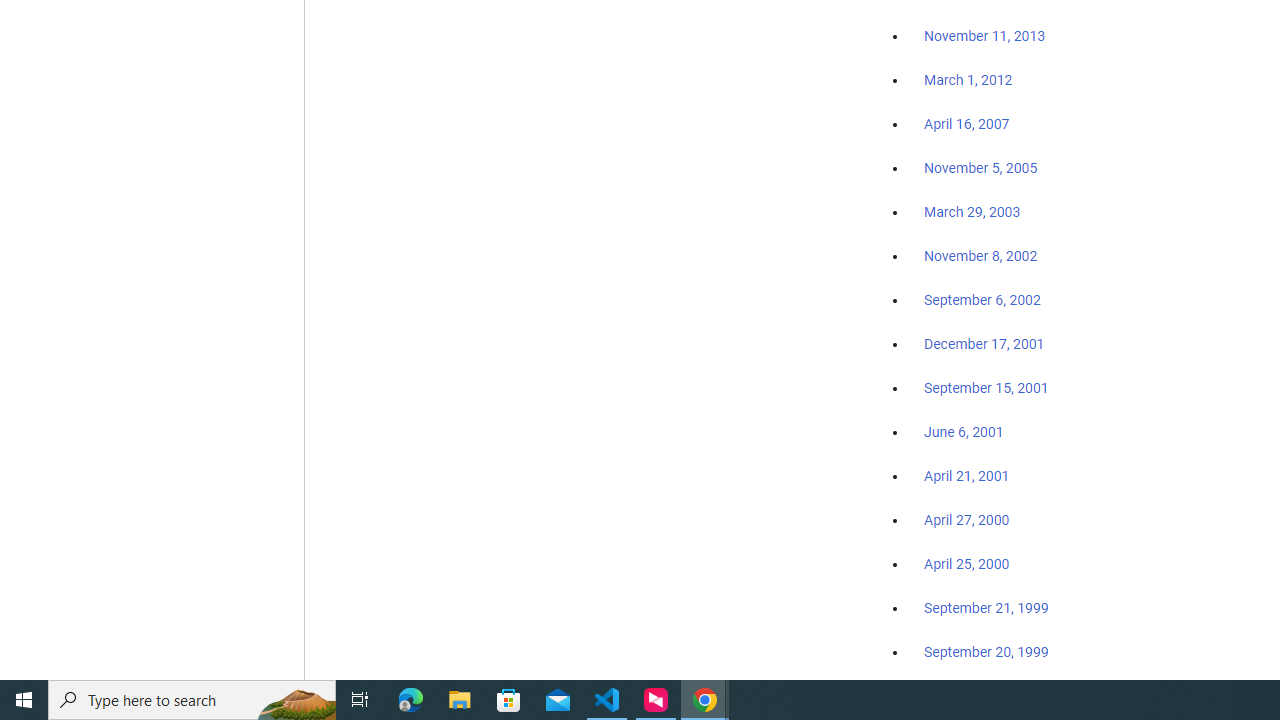 This screenshot has width=1280, height=720. What do you see at coordinates (986, 607) in the screenshot?
I see `'September 21, 1999'` at bounding box center [986, 607].